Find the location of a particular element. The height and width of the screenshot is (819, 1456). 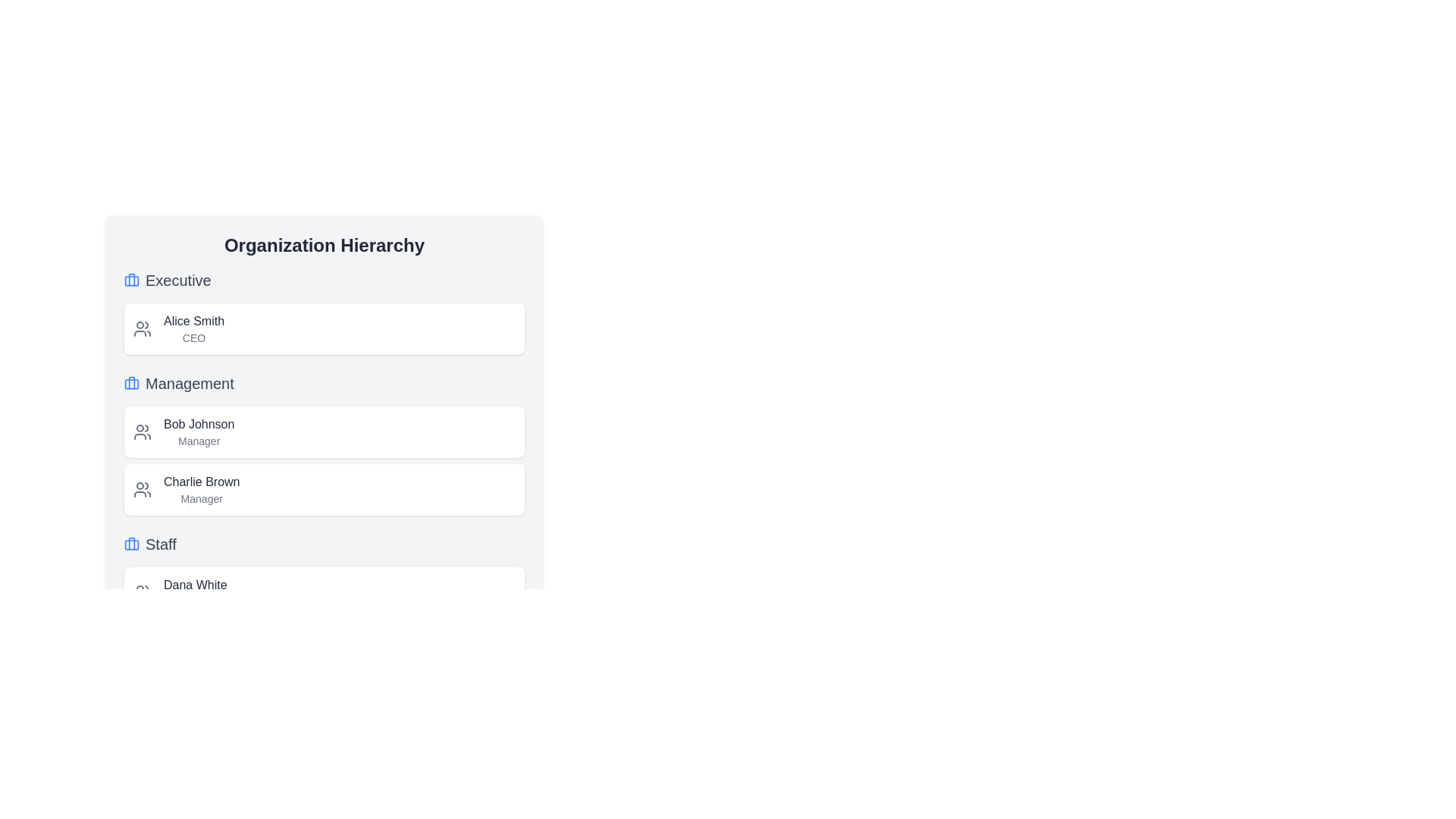

the static text label displaying 'Bob Johnson' in bold, located in the 'Management' section of the organization hierarchy is located at coordinates (198, 424).